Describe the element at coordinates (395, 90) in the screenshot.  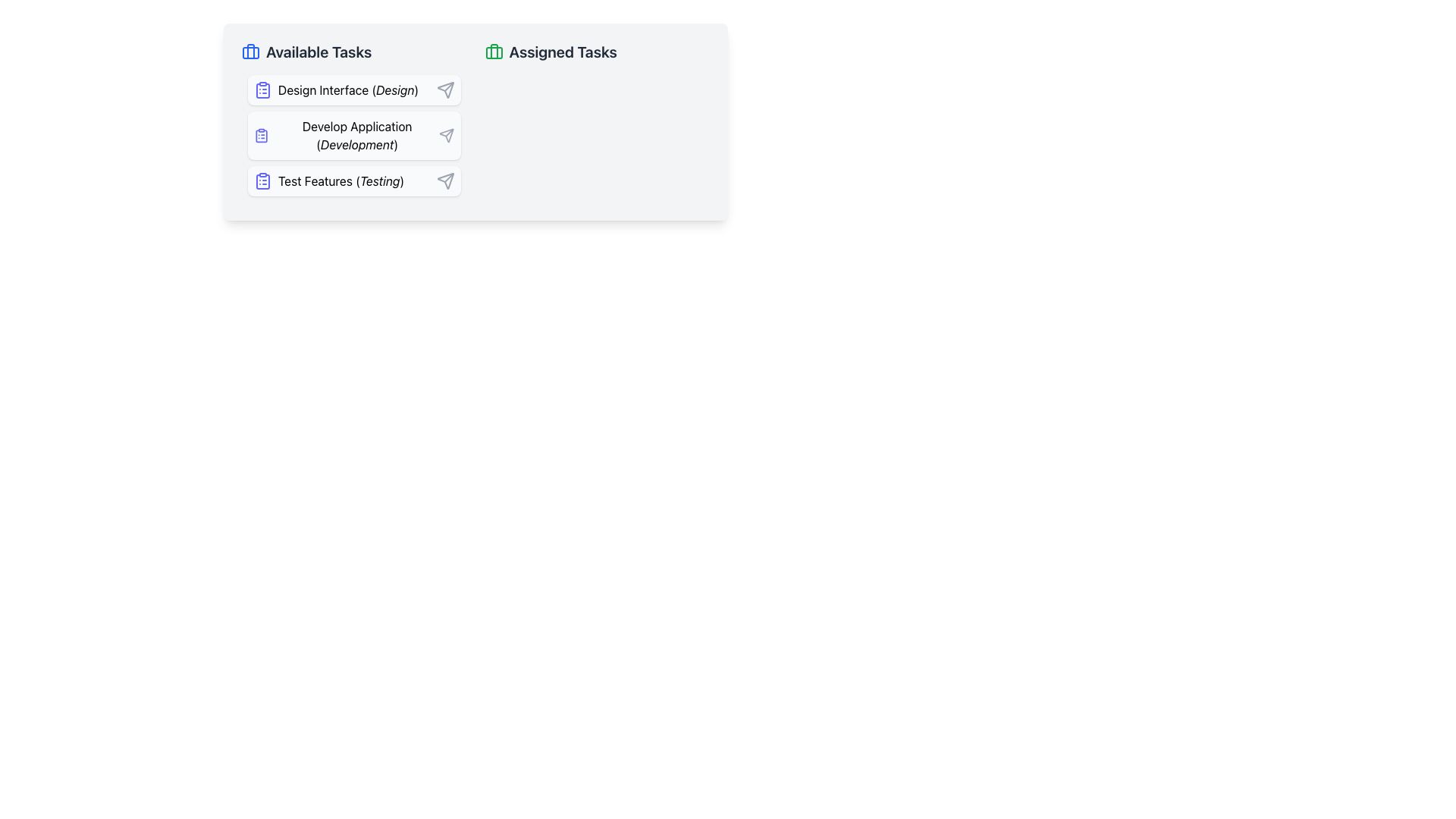
I see `the text label that provides supplemental information for the task titled 'Design Interface' within the 'Available Tasks' list` at that location.